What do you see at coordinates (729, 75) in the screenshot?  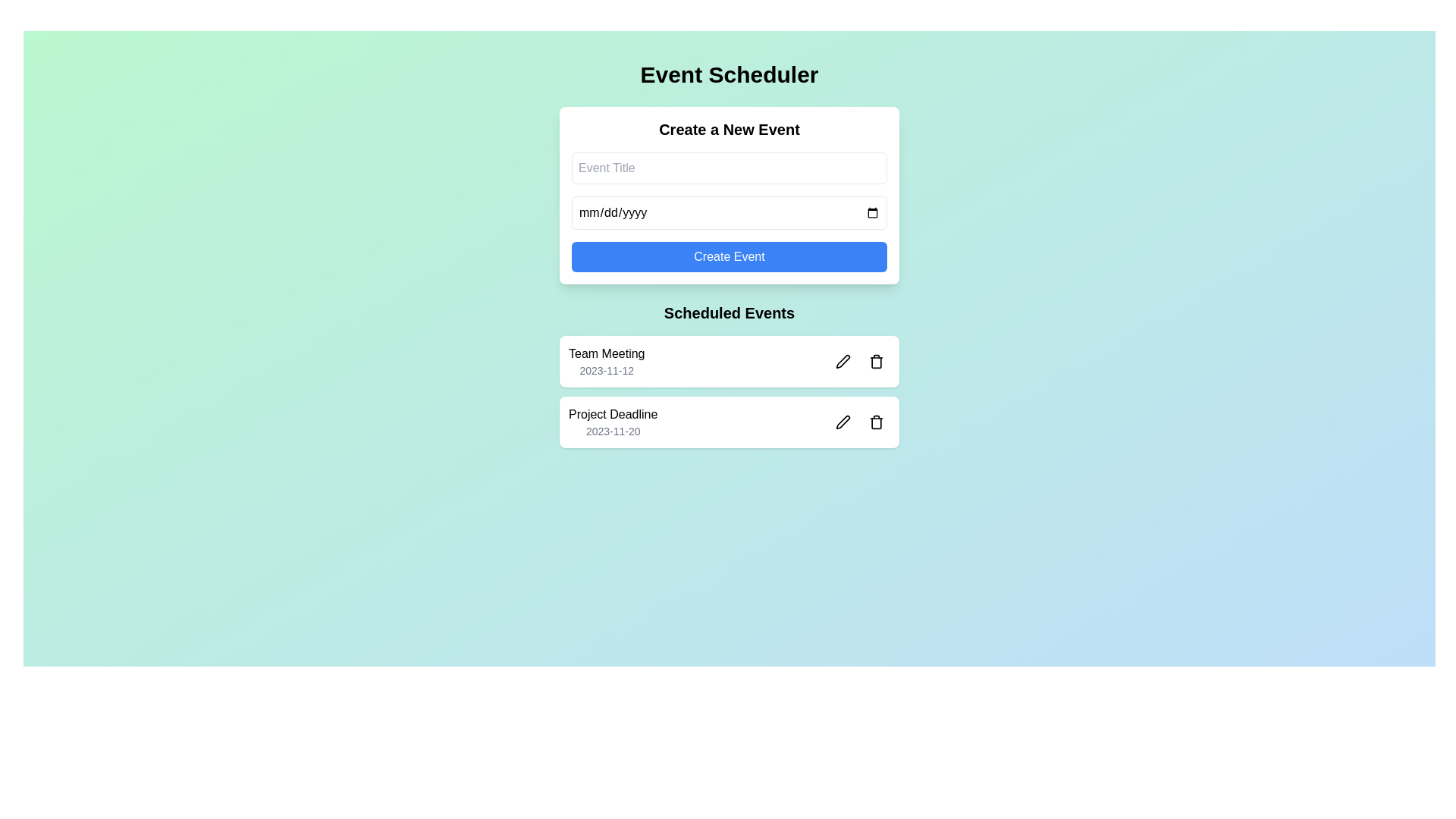 I see `the bold text header labeled 'Event Scheduler', which is prominently styled and located at the top of the interface` at bounding box center [729, 75].